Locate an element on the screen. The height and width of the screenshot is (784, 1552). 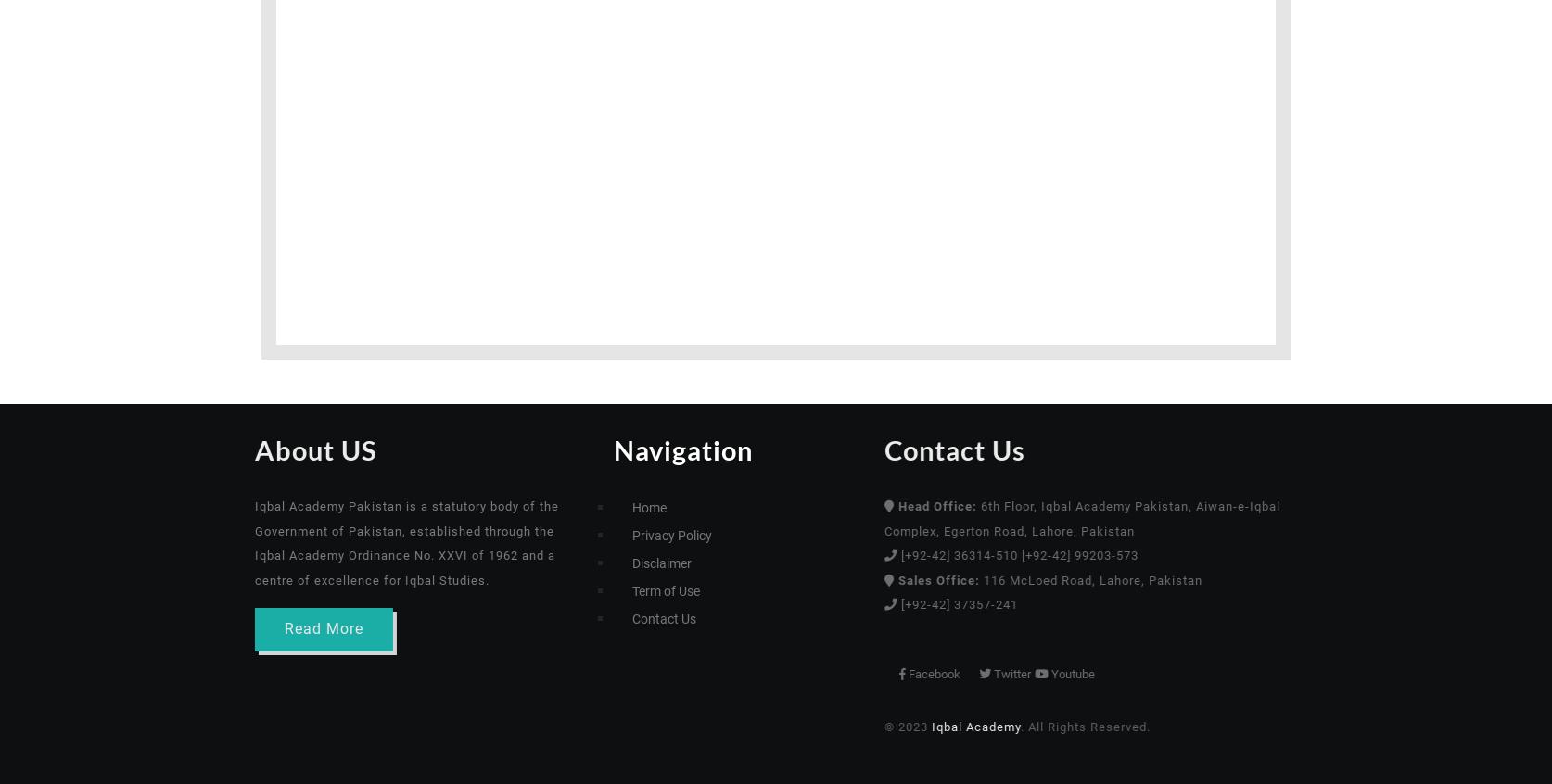
'Navigation' is located at coordinates (682, 449).